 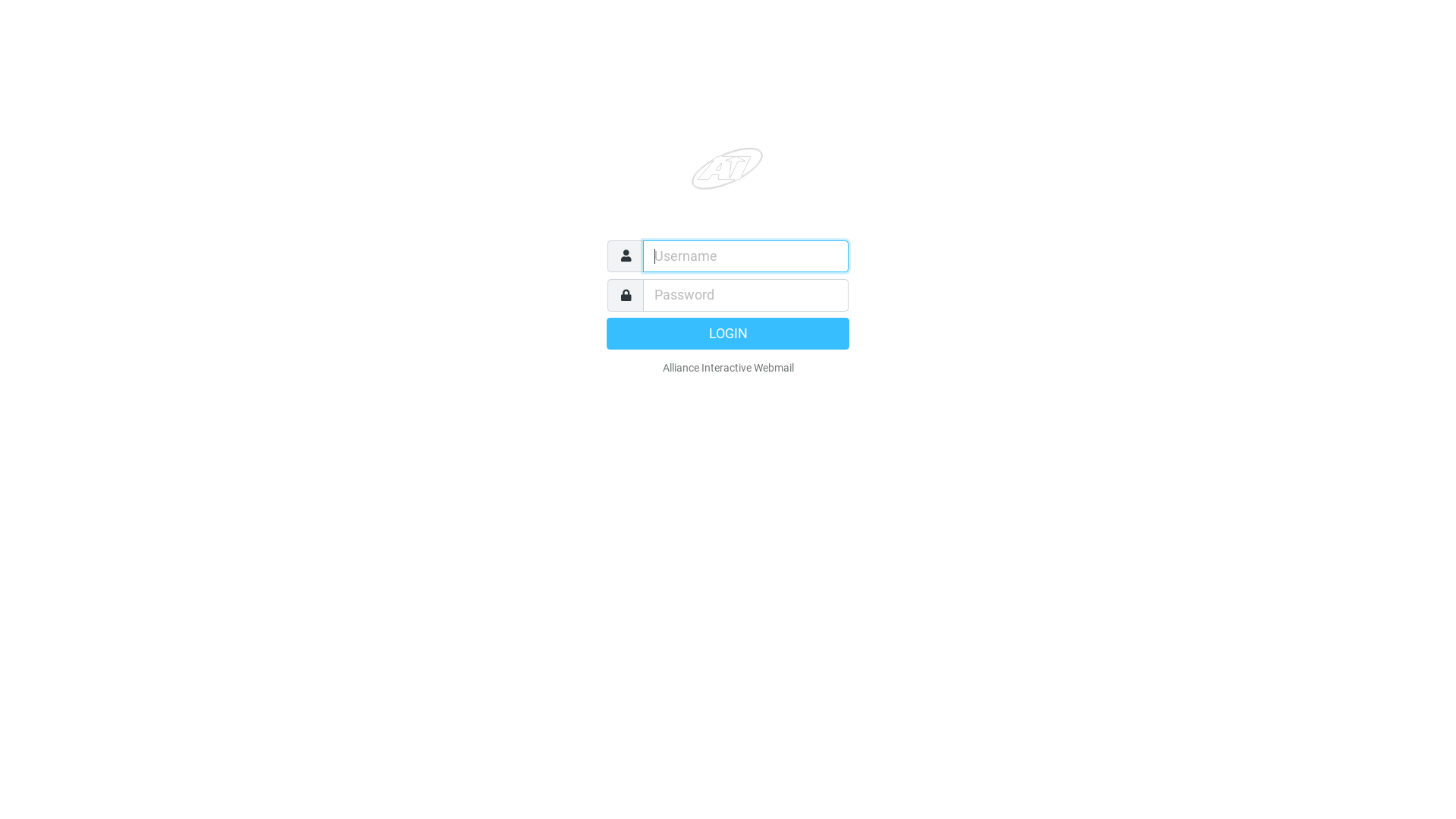 I want to click on 'LOGIN', so click(x=728, y=332).